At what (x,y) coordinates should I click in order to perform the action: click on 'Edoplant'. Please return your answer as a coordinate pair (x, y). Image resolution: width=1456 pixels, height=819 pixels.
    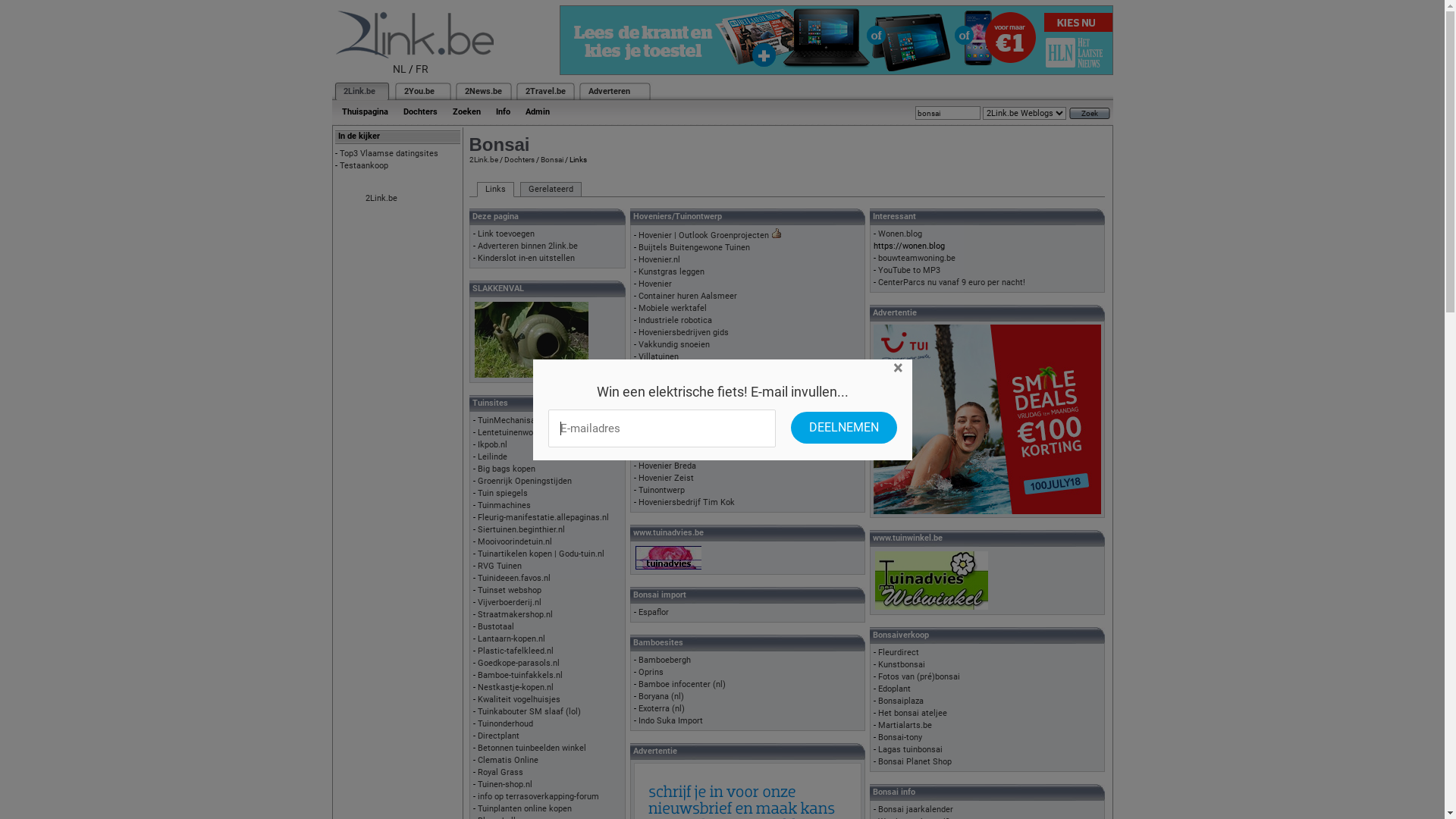
    Looking at the image, I should click on (894, 689).